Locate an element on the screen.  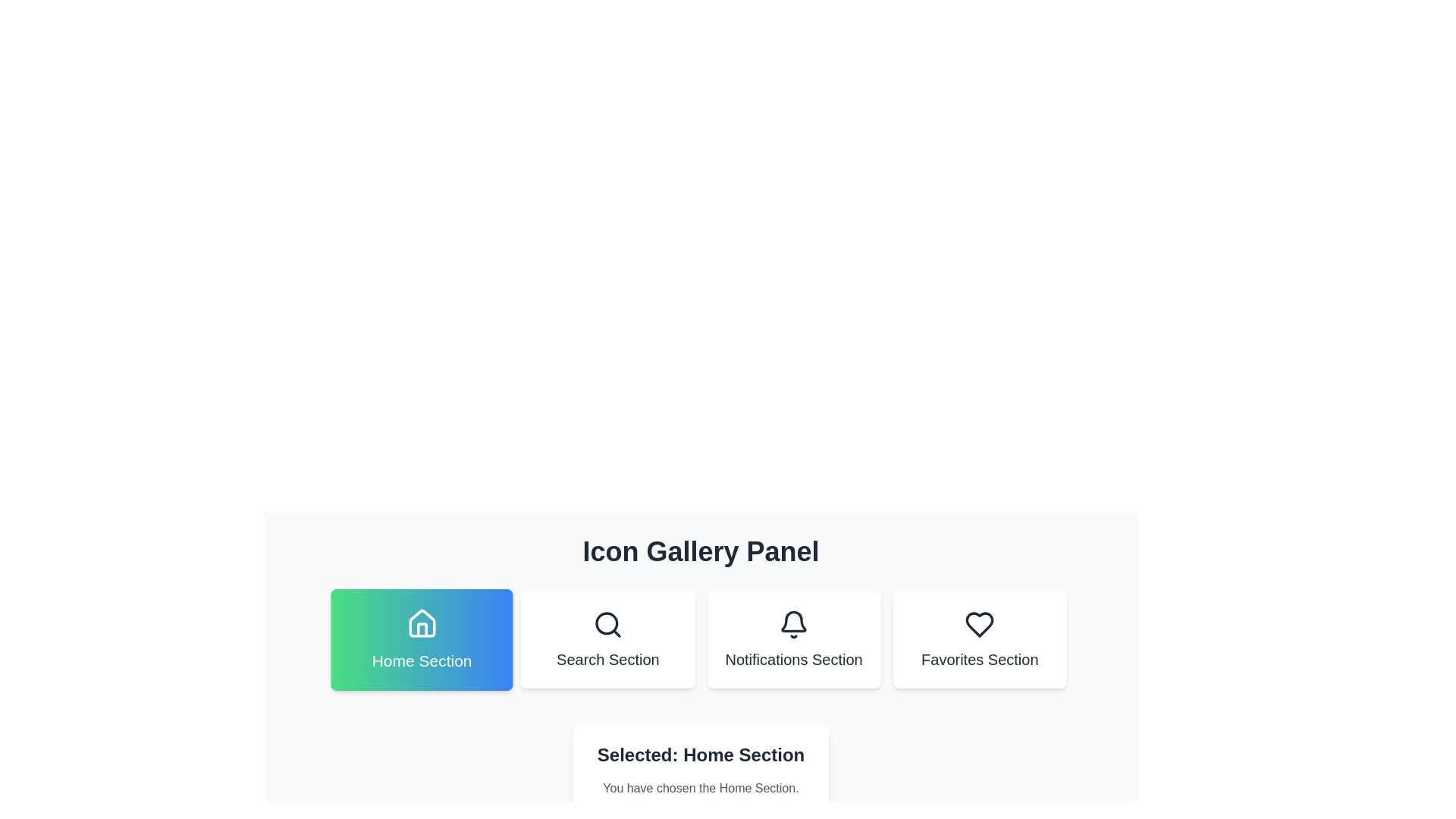
the 'Home Section' text label which is styled with a bold, modern font and centered within a blue-green gradient background is located at coordinates (422, 660).